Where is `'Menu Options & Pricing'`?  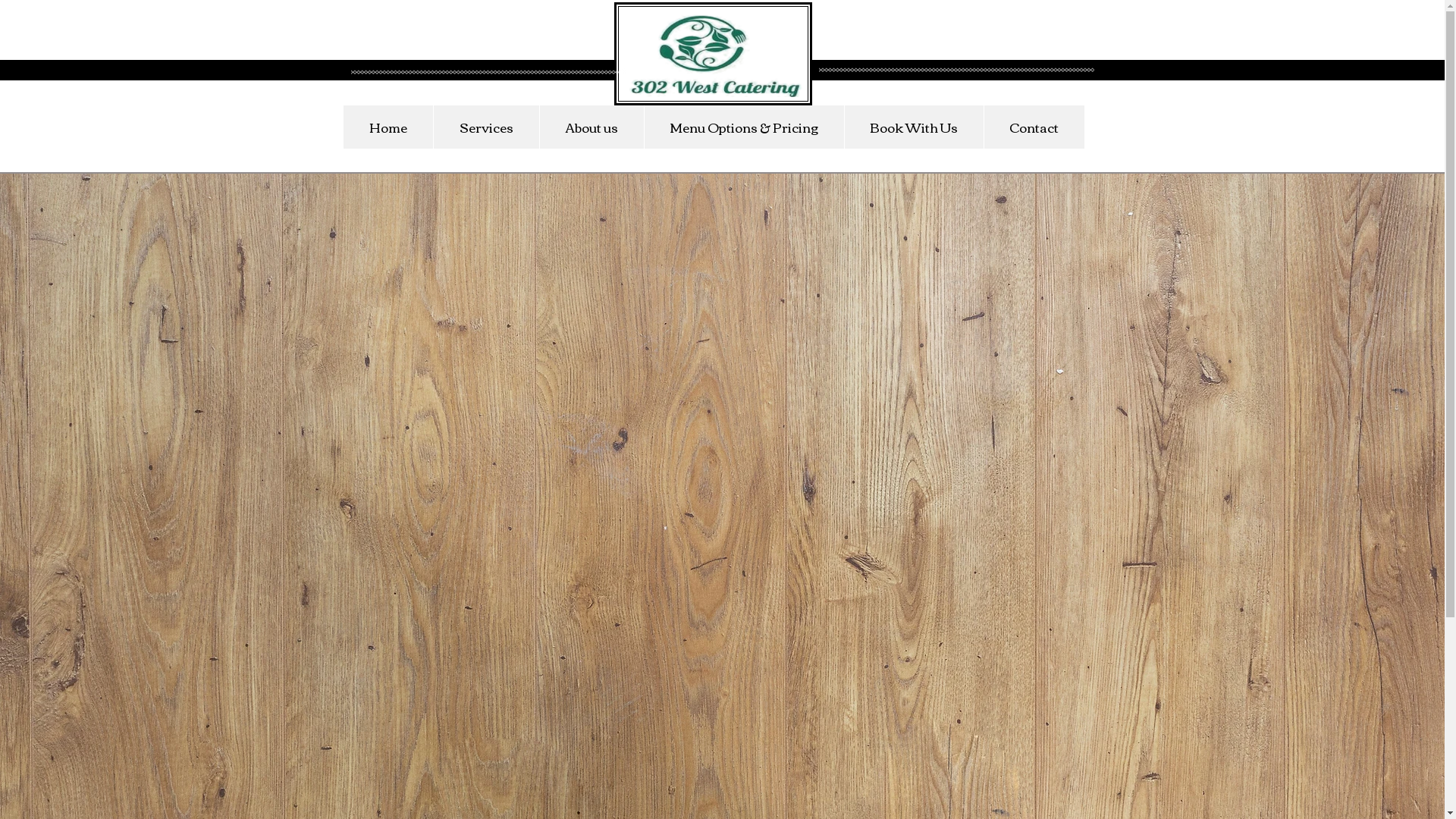
'Menu Options & Pricing' is located at coordinates (643, 126).